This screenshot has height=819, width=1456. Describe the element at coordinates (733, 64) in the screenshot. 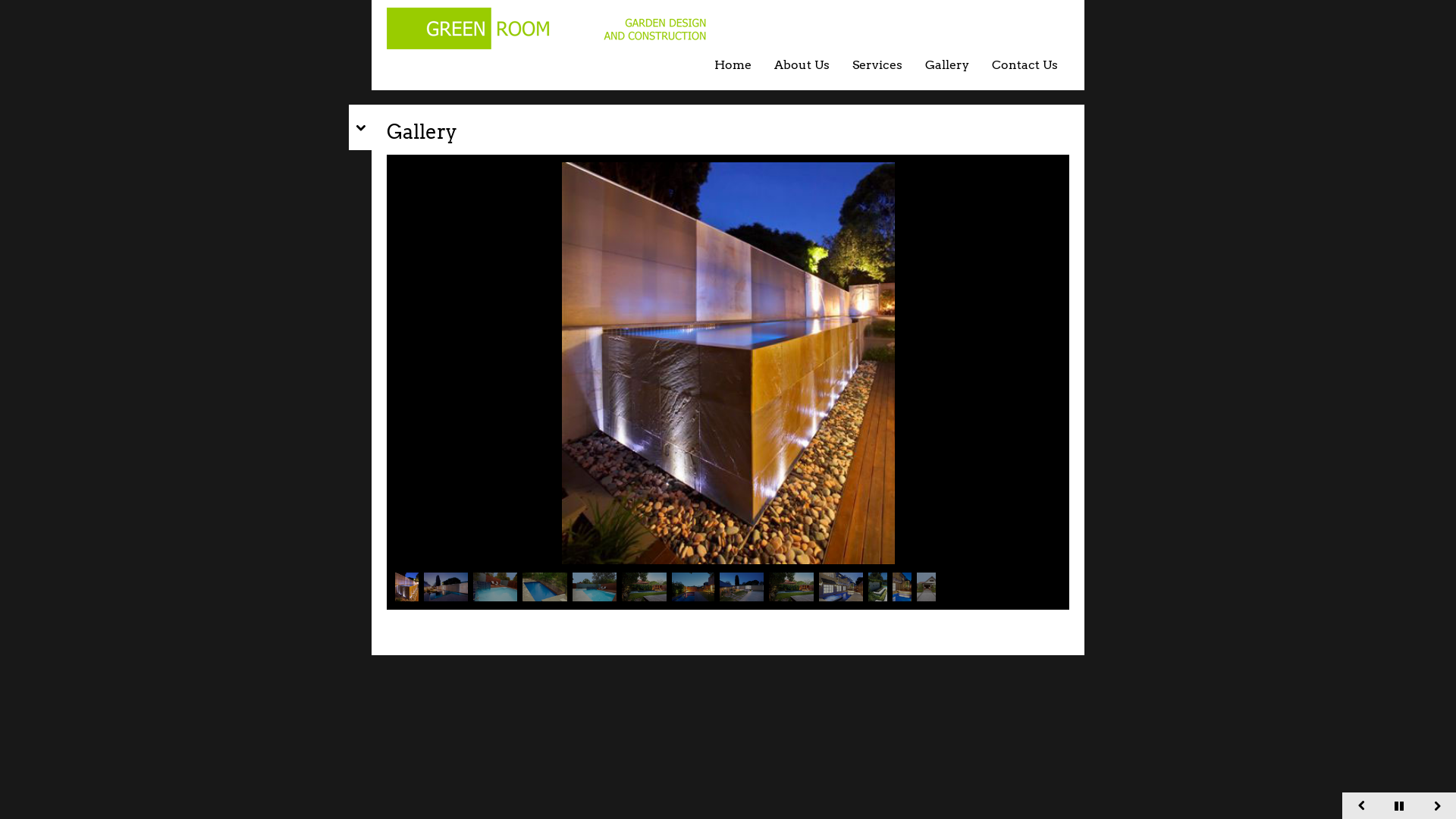

I see `'Home'` at that location.